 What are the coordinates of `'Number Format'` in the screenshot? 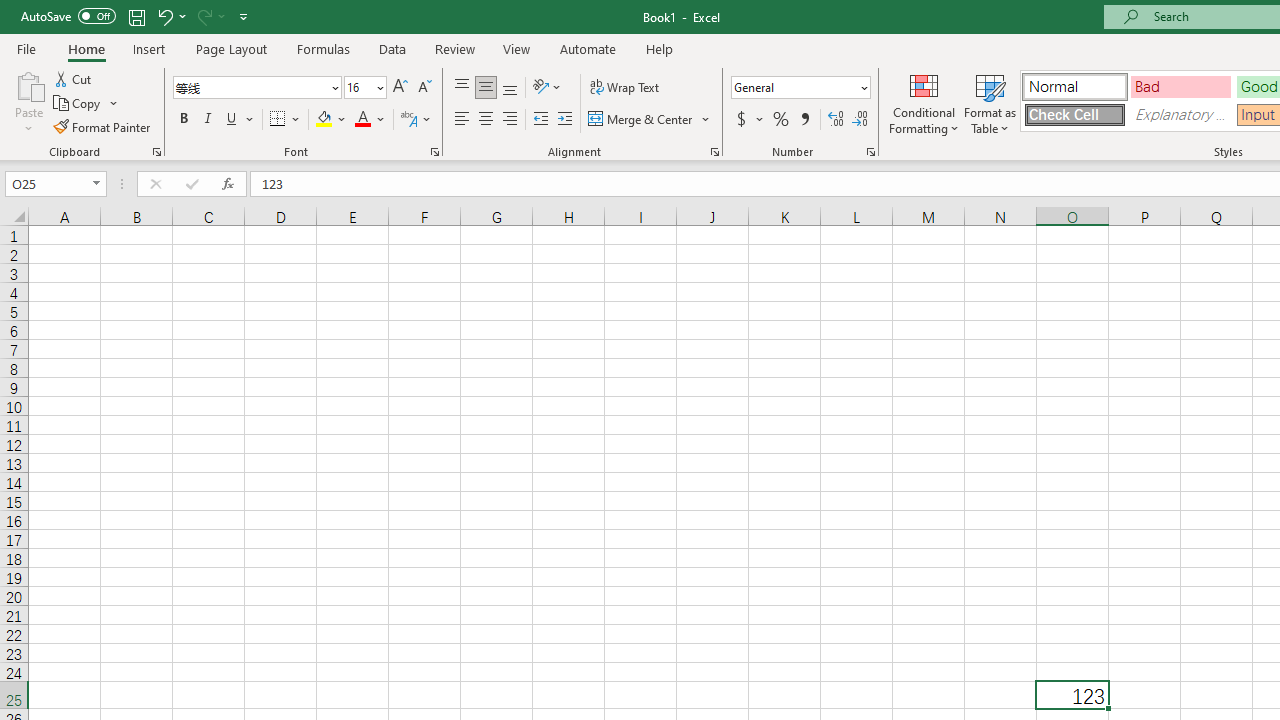 It's located at (793, 86).